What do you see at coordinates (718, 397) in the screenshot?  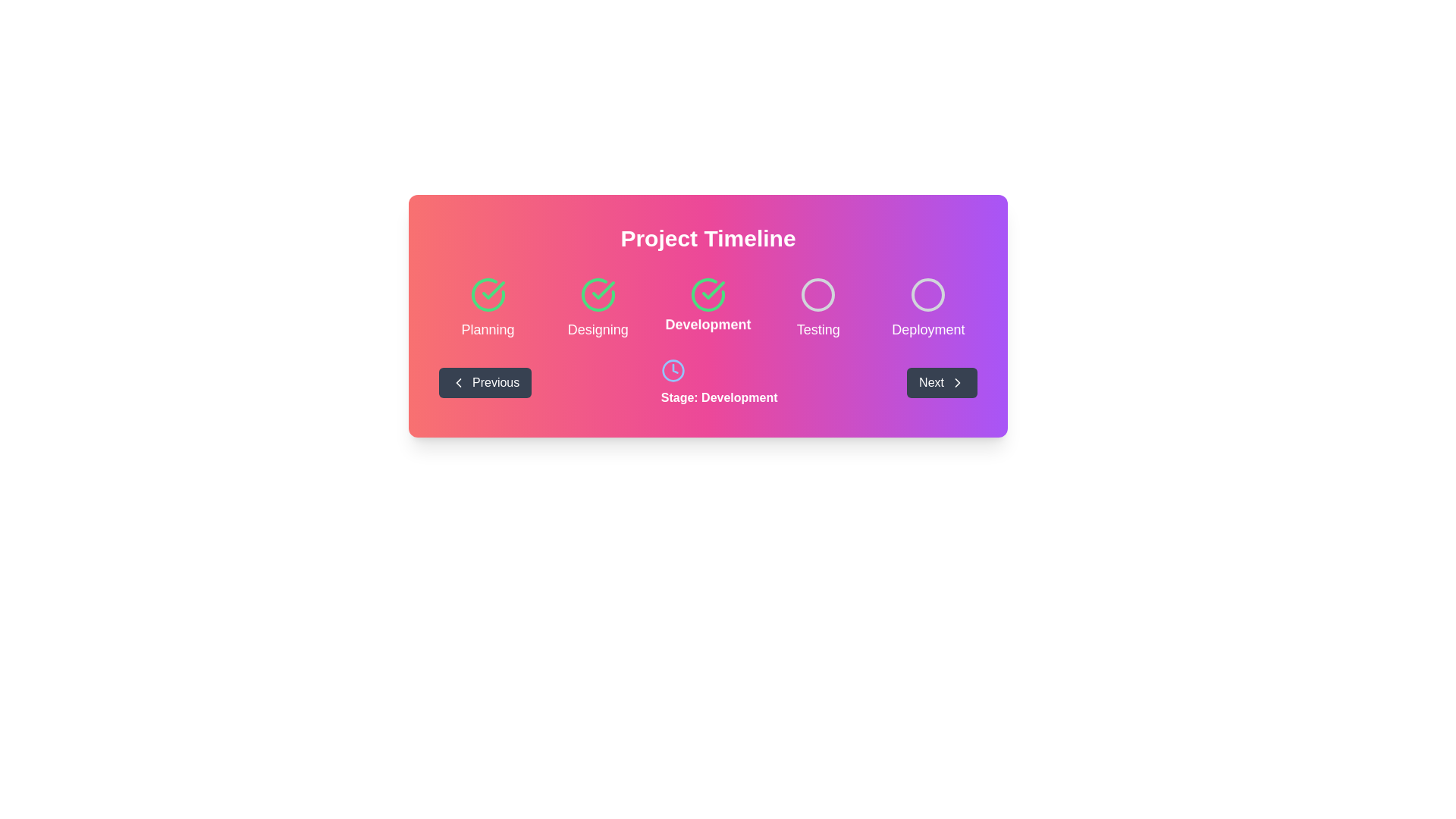 I see `the stylized text label displaying 'Stage: Development', which is centrally aligned below the corresponding clock icon` at bounding box center [718, 397].